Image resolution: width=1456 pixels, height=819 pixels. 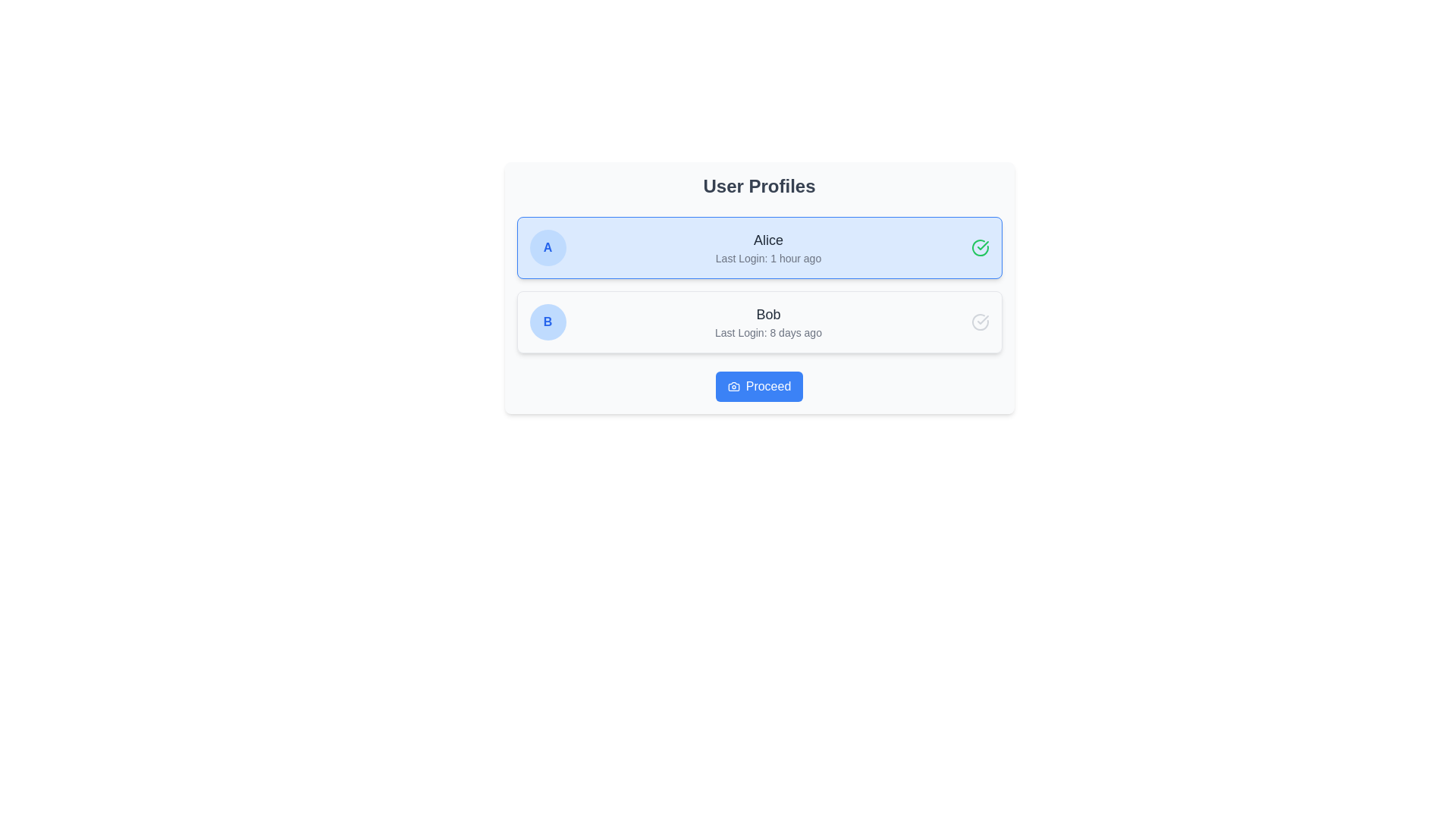 I want to click on the camera icon located to the left of the text in the 'Proceed' button at the bottom center of the interface, so click(x=733, y=385).